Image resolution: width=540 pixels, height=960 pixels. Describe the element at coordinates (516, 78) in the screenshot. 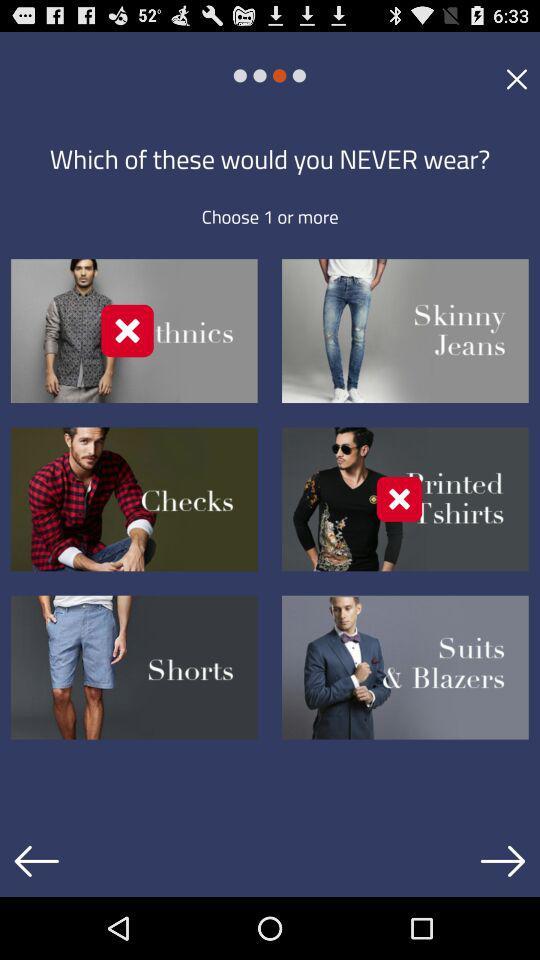

I see `exits the page` at that location.